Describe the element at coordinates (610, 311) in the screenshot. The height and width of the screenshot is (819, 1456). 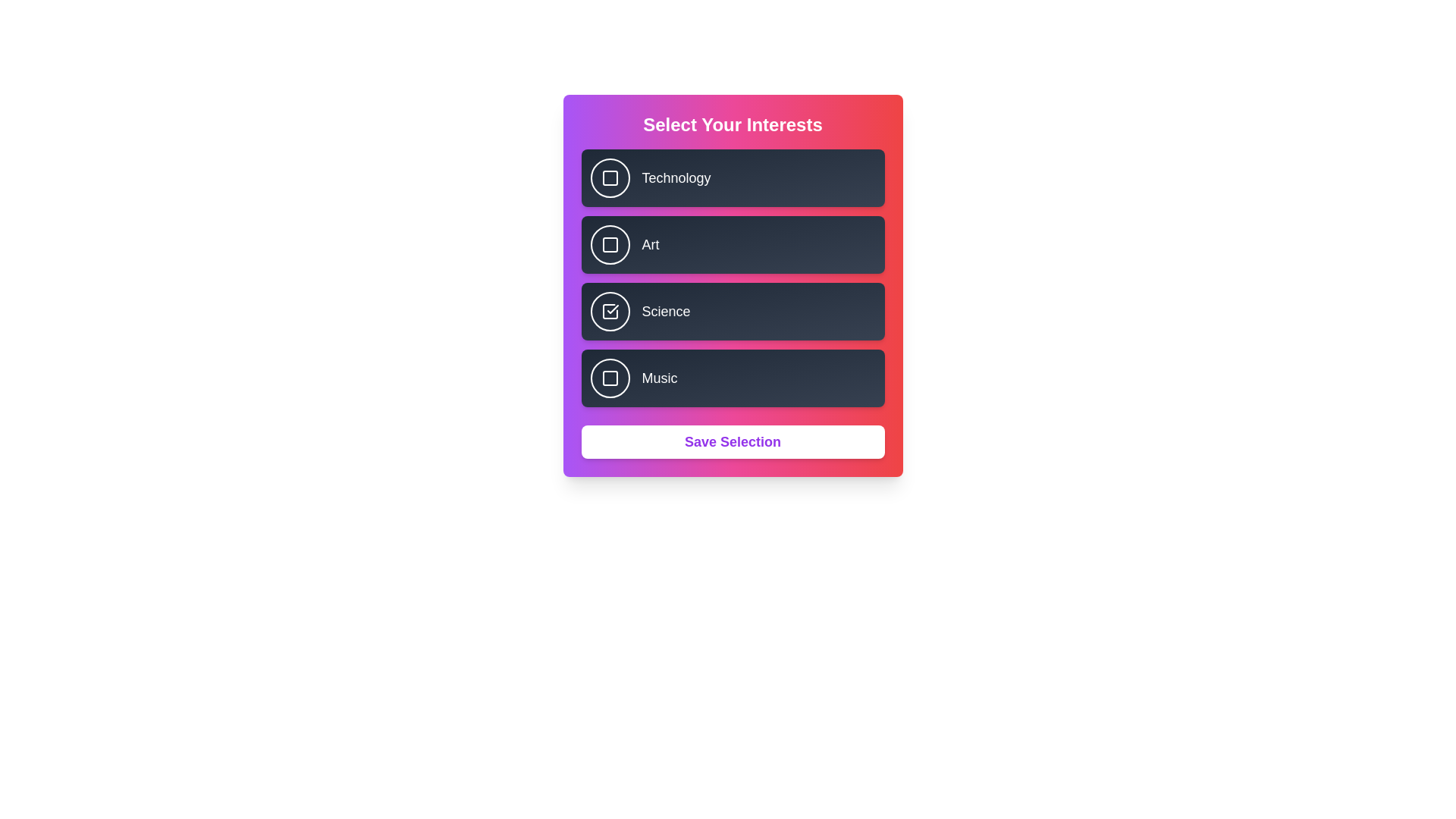
I see `the button corresponding to Science to observe its hover effect` at that location.